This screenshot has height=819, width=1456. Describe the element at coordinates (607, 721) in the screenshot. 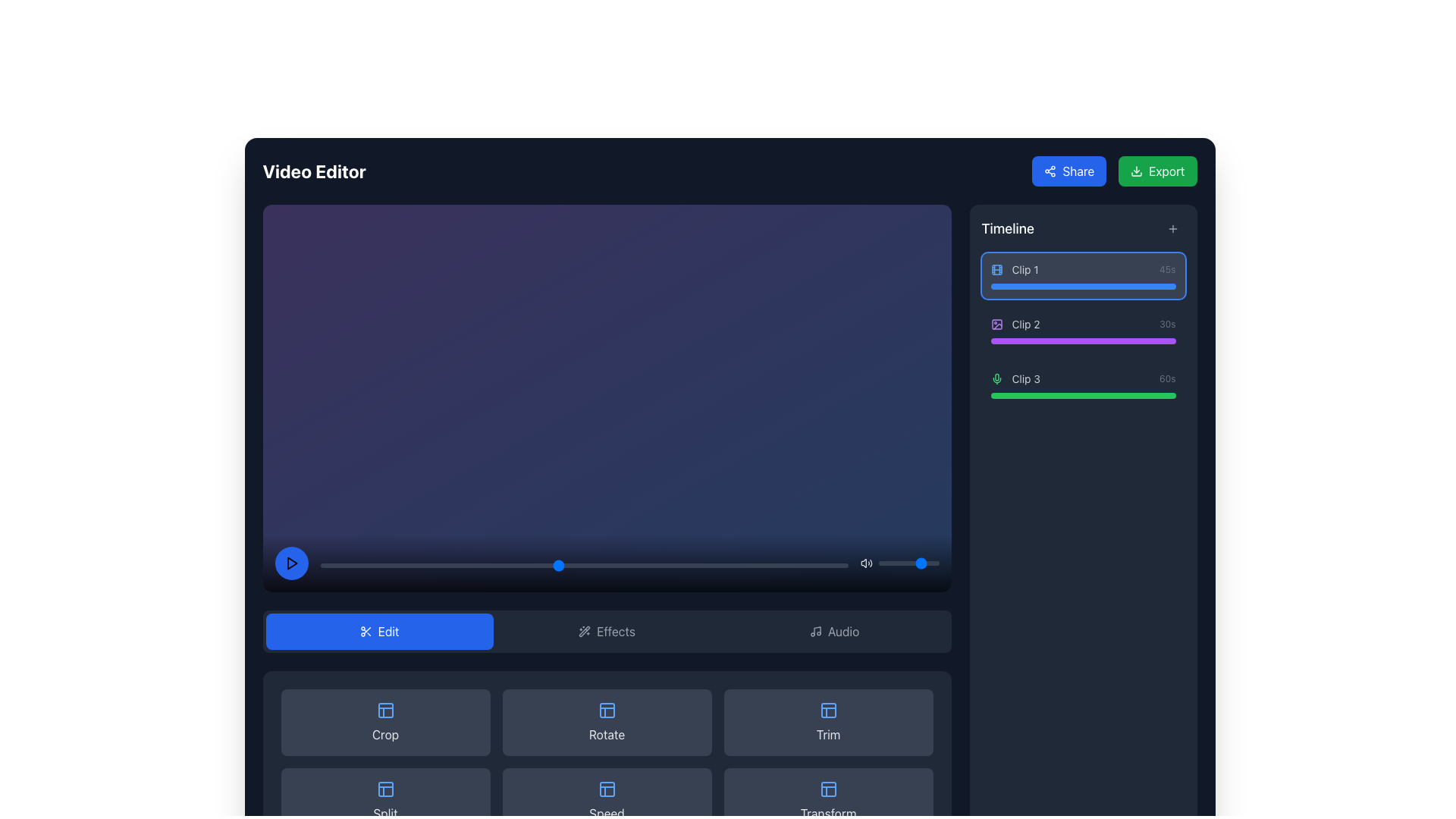

I see `the rotate button located in the top row, second column of the button grid to observe any visual feedback` at that location.